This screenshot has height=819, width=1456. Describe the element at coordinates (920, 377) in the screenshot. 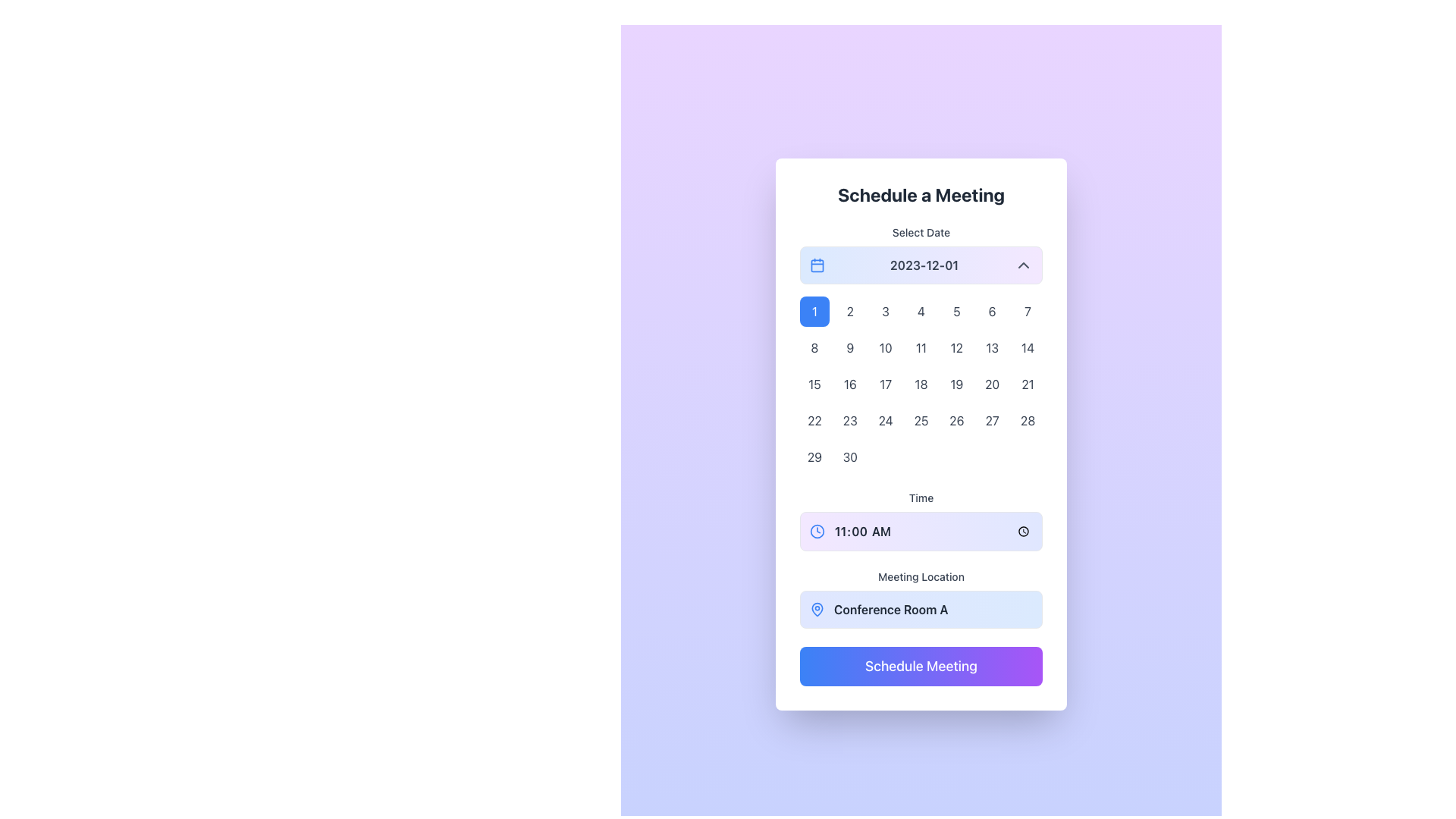

I see `the individual cell representing a specific date in the calendar grid, which is styled as a rounded button with distinct colors for the current day` at that location.